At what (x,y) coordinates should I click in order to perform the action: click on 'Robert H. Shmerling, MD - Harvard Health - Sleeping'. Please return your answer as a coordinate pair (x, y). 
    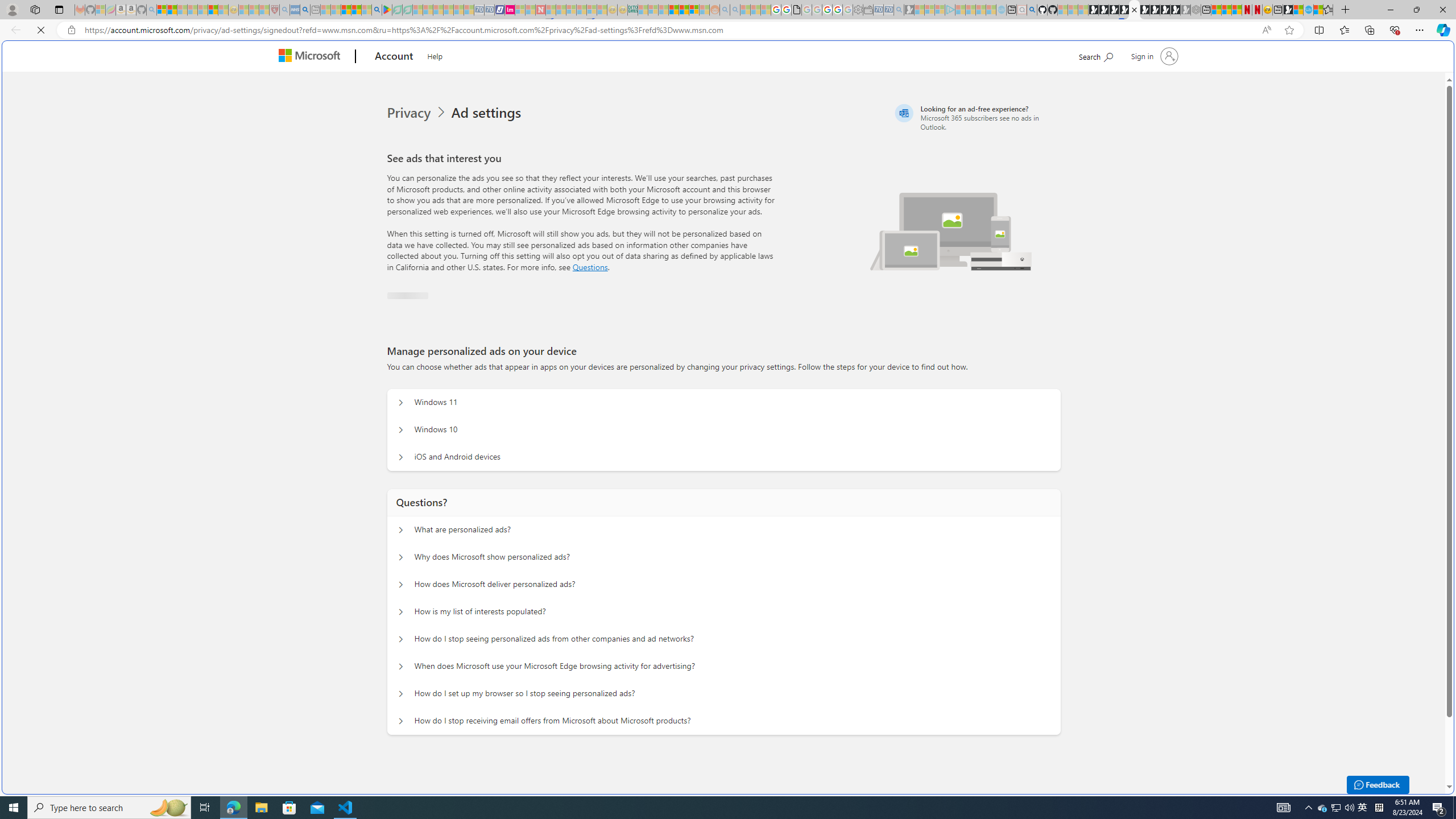
    Looking at the image, I should click on (274, 9).